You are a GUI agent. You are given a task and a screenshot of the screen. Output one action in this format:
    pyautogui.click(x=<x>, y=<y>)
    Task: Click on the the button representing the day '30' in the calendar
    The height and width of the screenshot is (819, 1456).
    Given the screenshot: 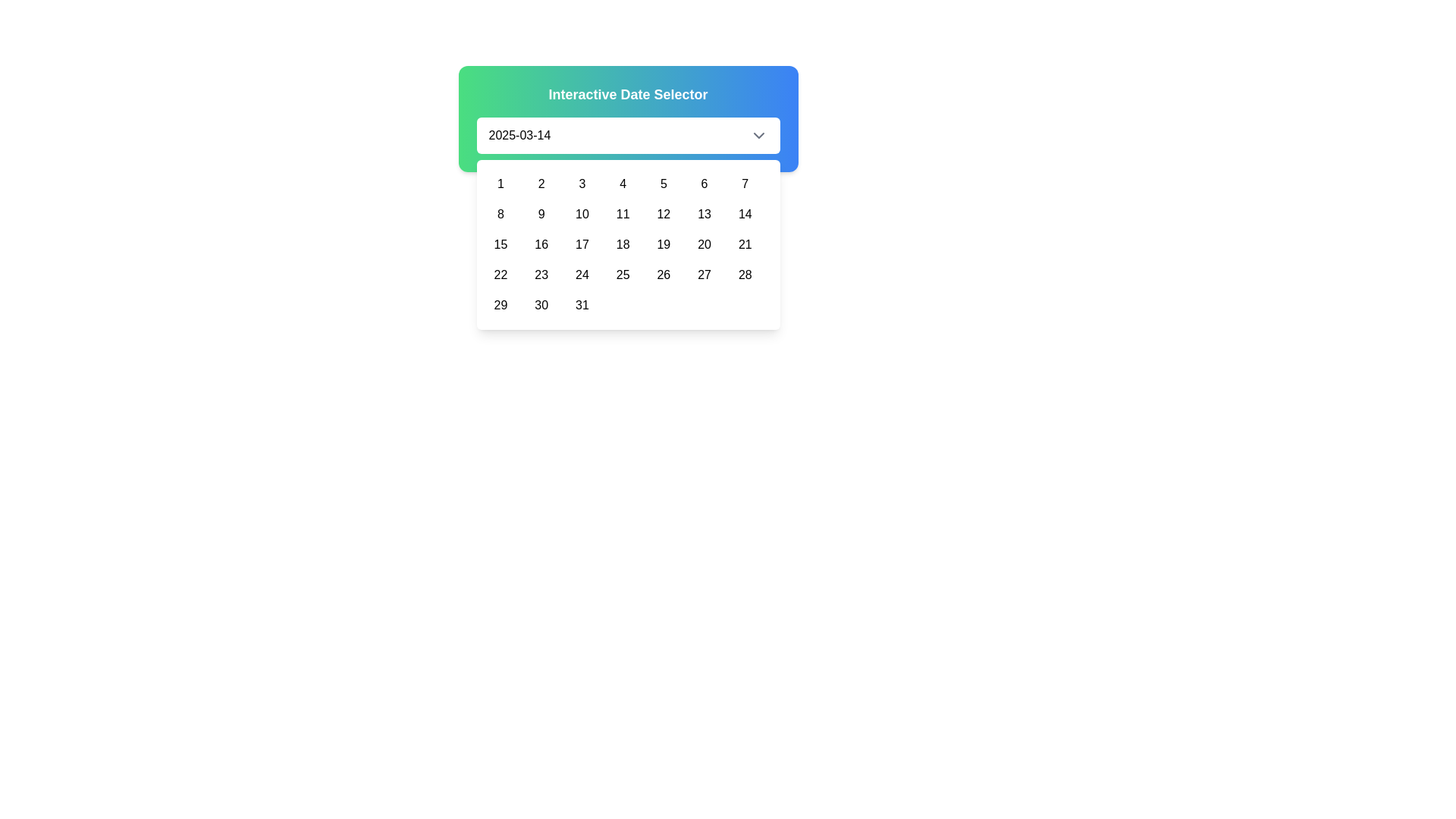 What is the action you would take?
    pyautogui.click(x=541, y=305)
    